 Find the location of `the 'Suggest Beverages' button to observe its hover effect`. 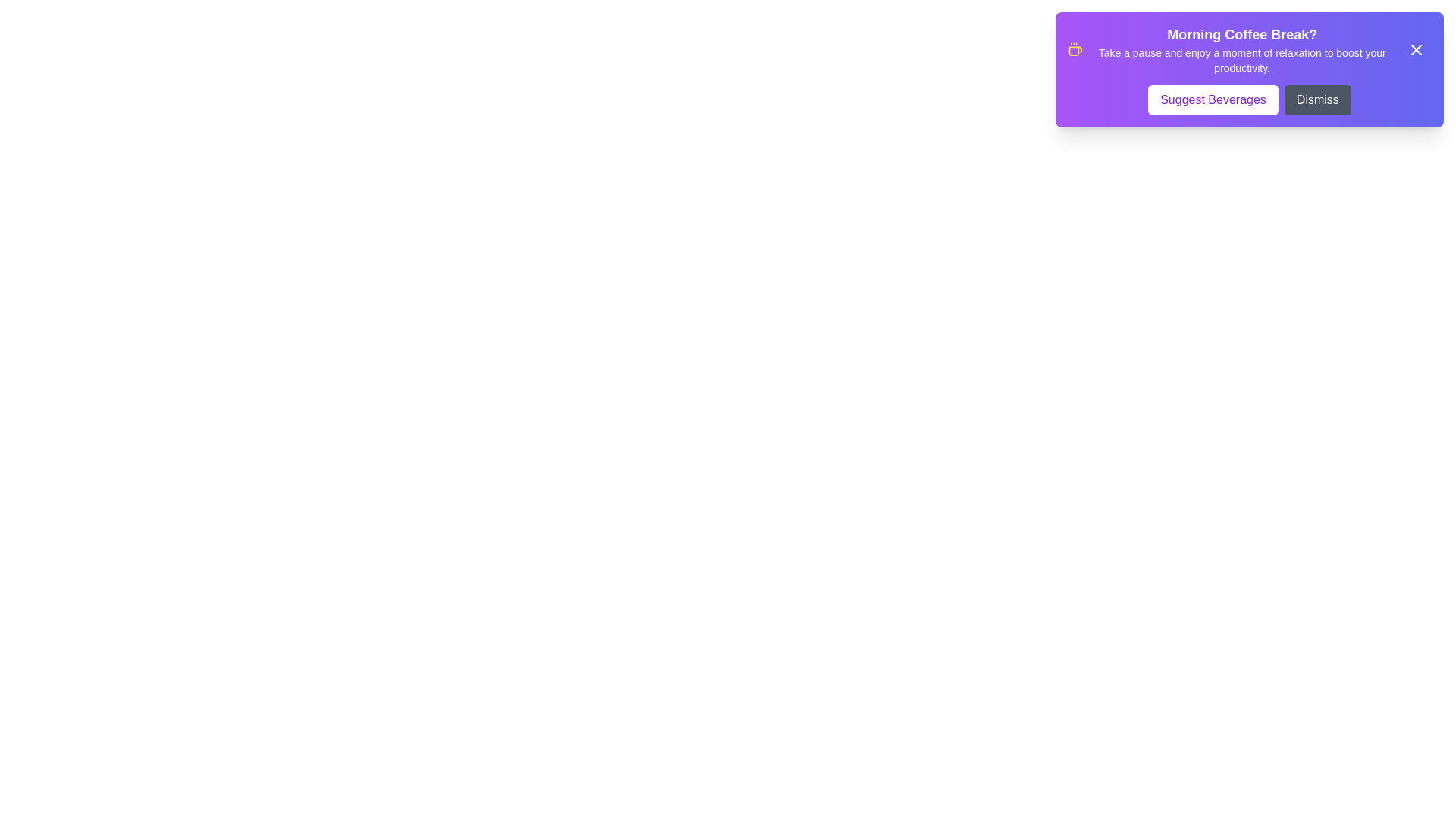

the 'Suggest Beverages' button to observe its hover effect is located at coordinates (1212, 99).